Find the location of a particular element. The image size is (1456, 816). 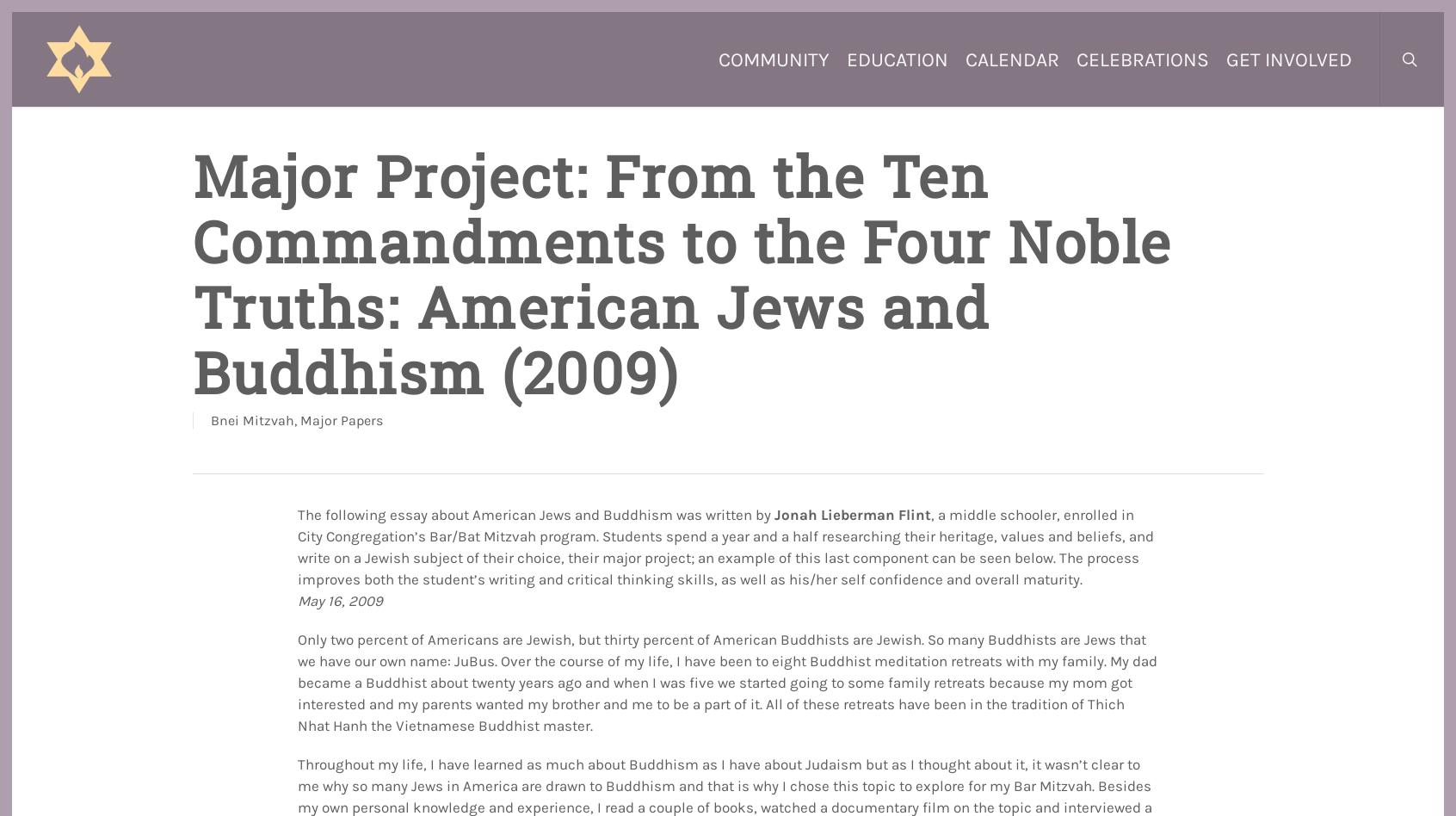

'Jonah Lieberman Flint' is located at coordinates (852, 513).